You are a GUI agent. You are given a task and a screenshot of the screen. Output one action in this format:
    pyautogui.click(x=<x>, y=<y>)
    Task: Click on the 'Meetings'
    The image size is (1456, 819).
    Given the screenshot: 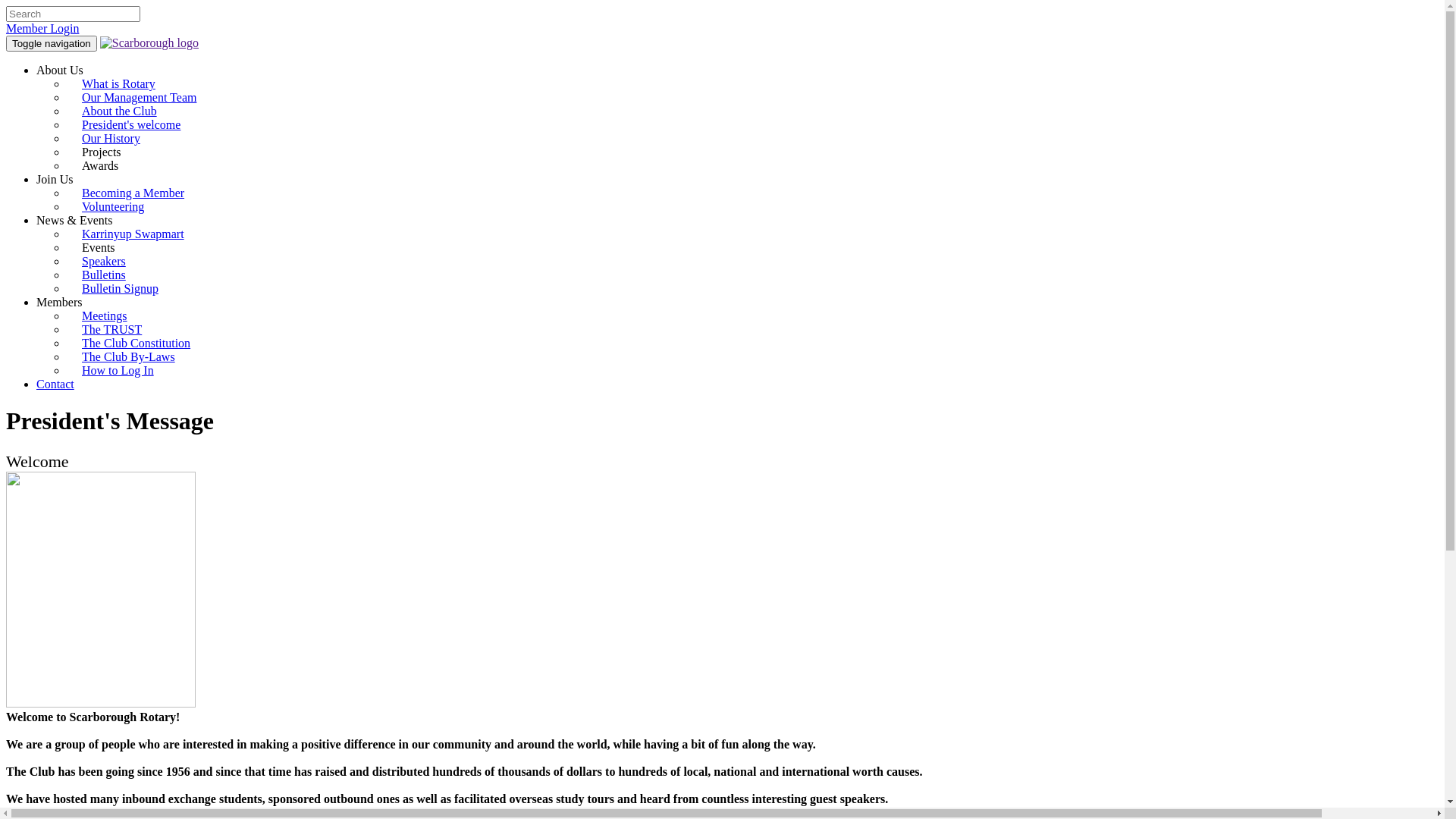 What is the action you would take?
    pyautogui.click(x=104, y=315)
    